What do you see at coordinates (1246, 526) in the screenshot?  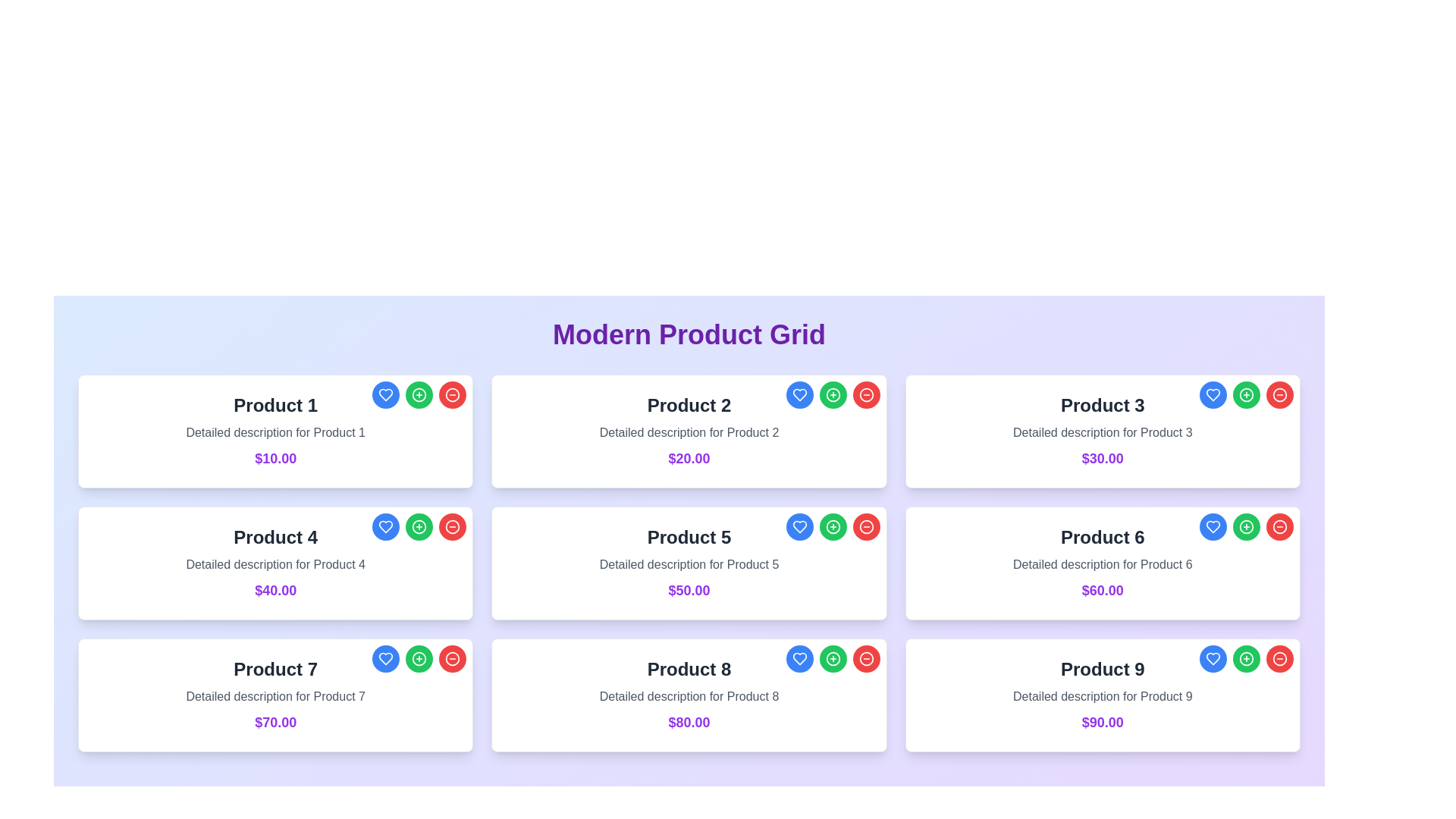 I see `the add button located in the top right of the card for 'Product 6', which is the second button in a row of three, positioned between a blue heart button and a red circular button` at bounding box center [1246, 526].